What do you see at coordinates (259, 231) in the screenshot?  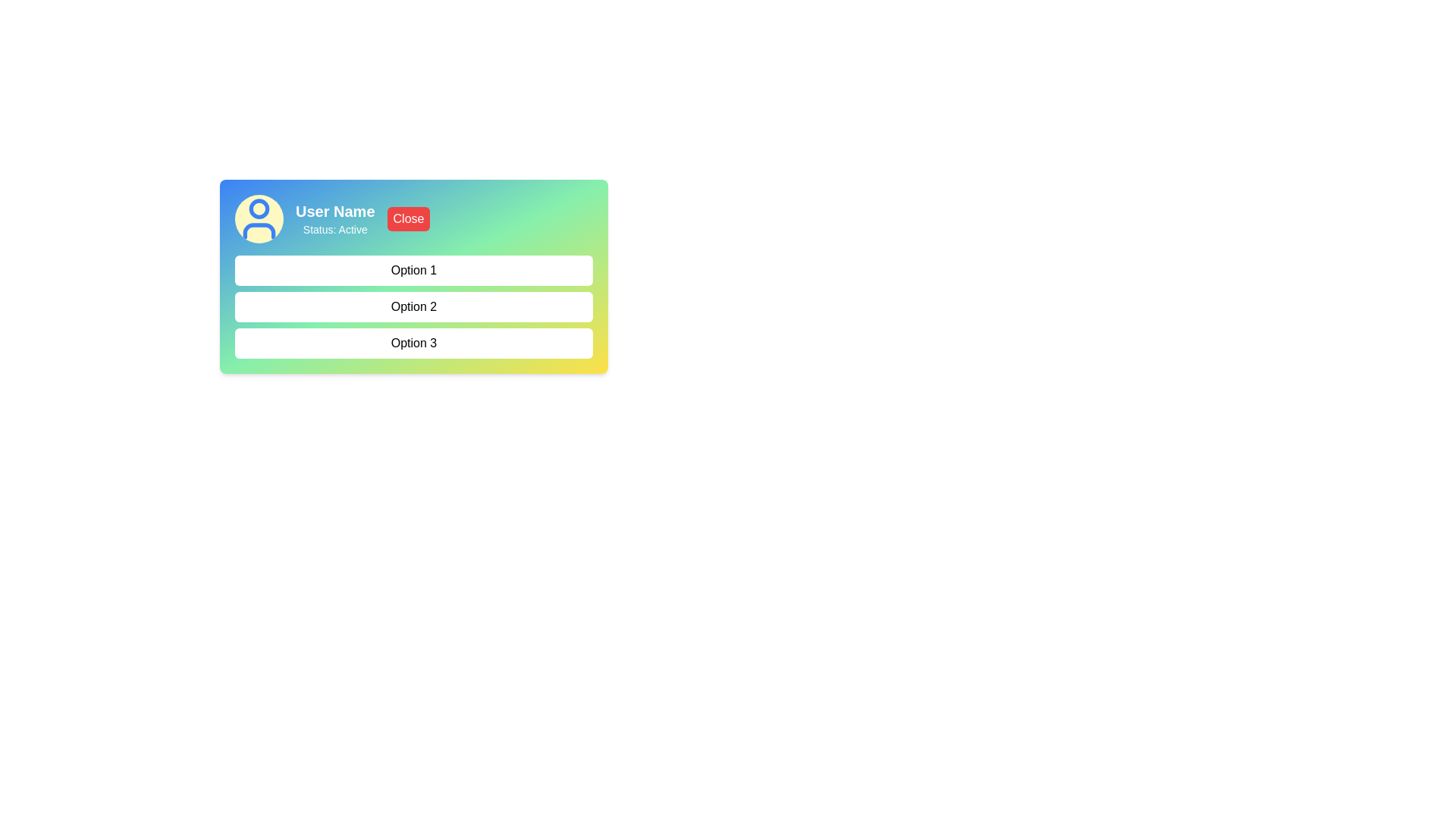 I see `the torso portion of the user avatar icon located beneath the head within the circular avatar icon` at bounding box center [259, 231].